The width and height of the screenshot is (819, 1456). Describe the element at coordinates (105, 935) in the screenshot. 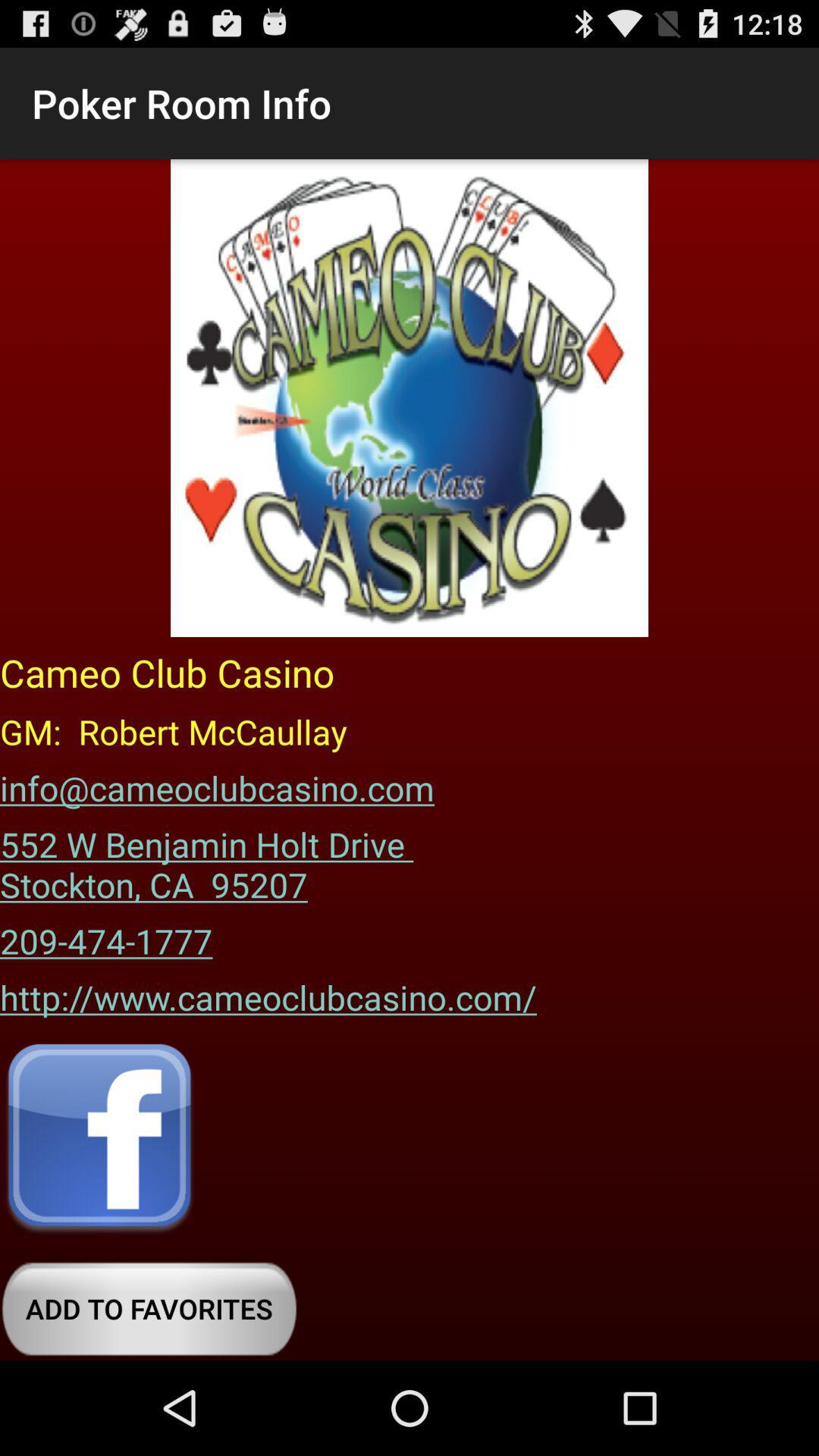

I see `209-474-1777` at that location.